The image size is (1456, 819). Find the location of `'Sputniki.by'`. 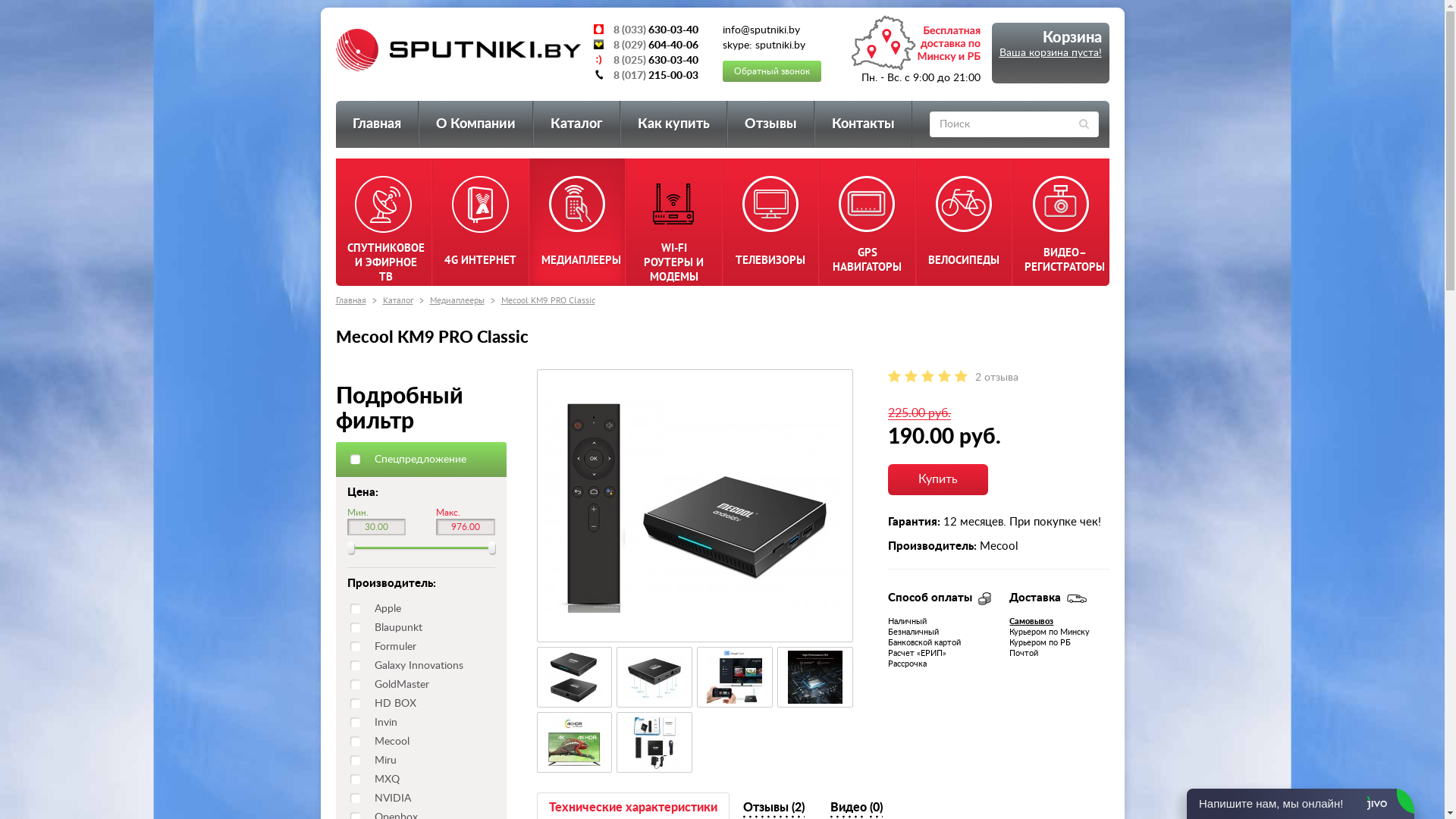

'Sputniki.by' is located at coordinates (334, 49).